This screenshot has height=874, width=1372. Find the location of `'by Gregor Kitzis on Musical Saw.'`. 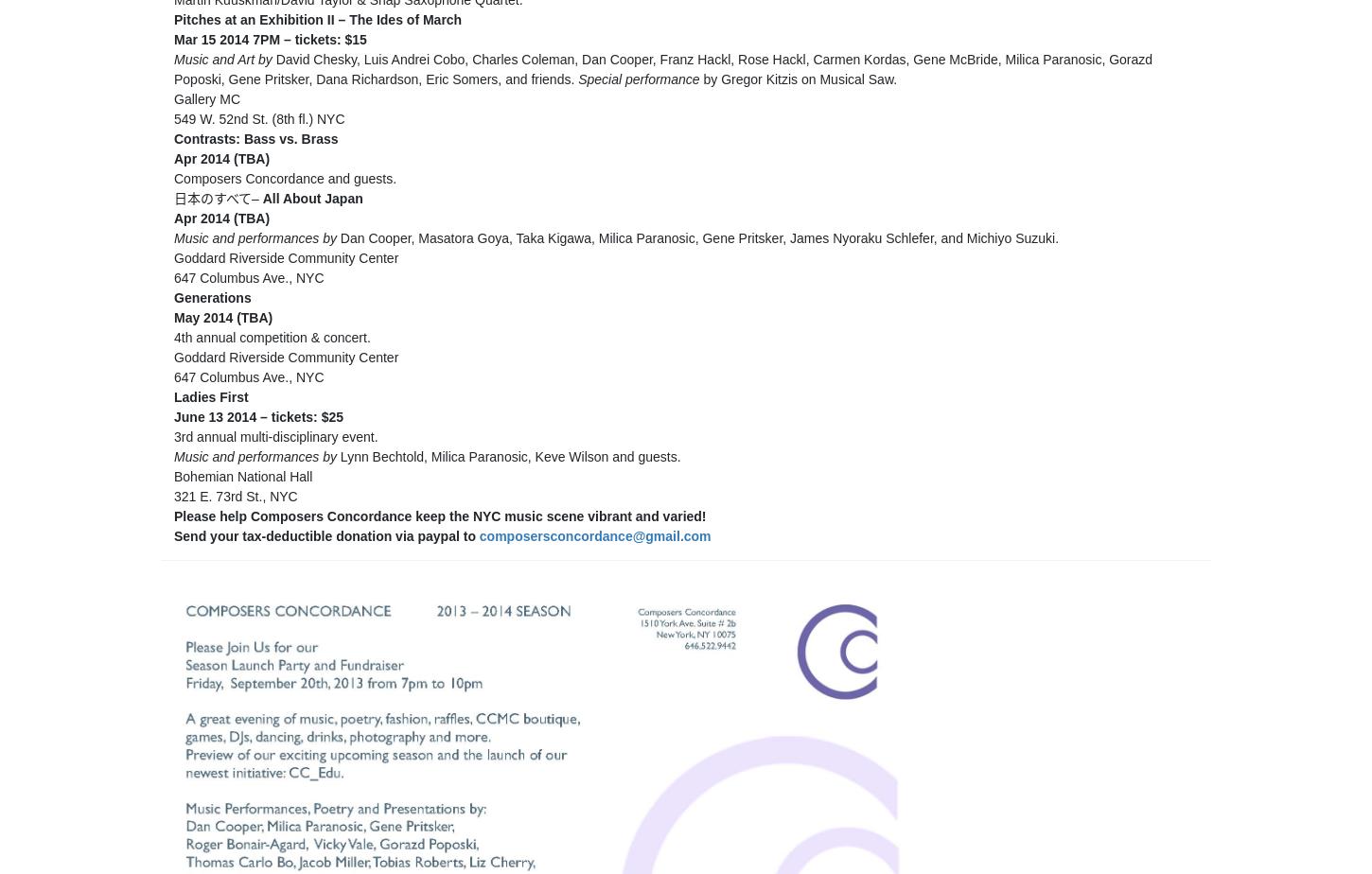

'by Gregor Kitzis on Musical Saw.' is located at coordinates (798, 79).